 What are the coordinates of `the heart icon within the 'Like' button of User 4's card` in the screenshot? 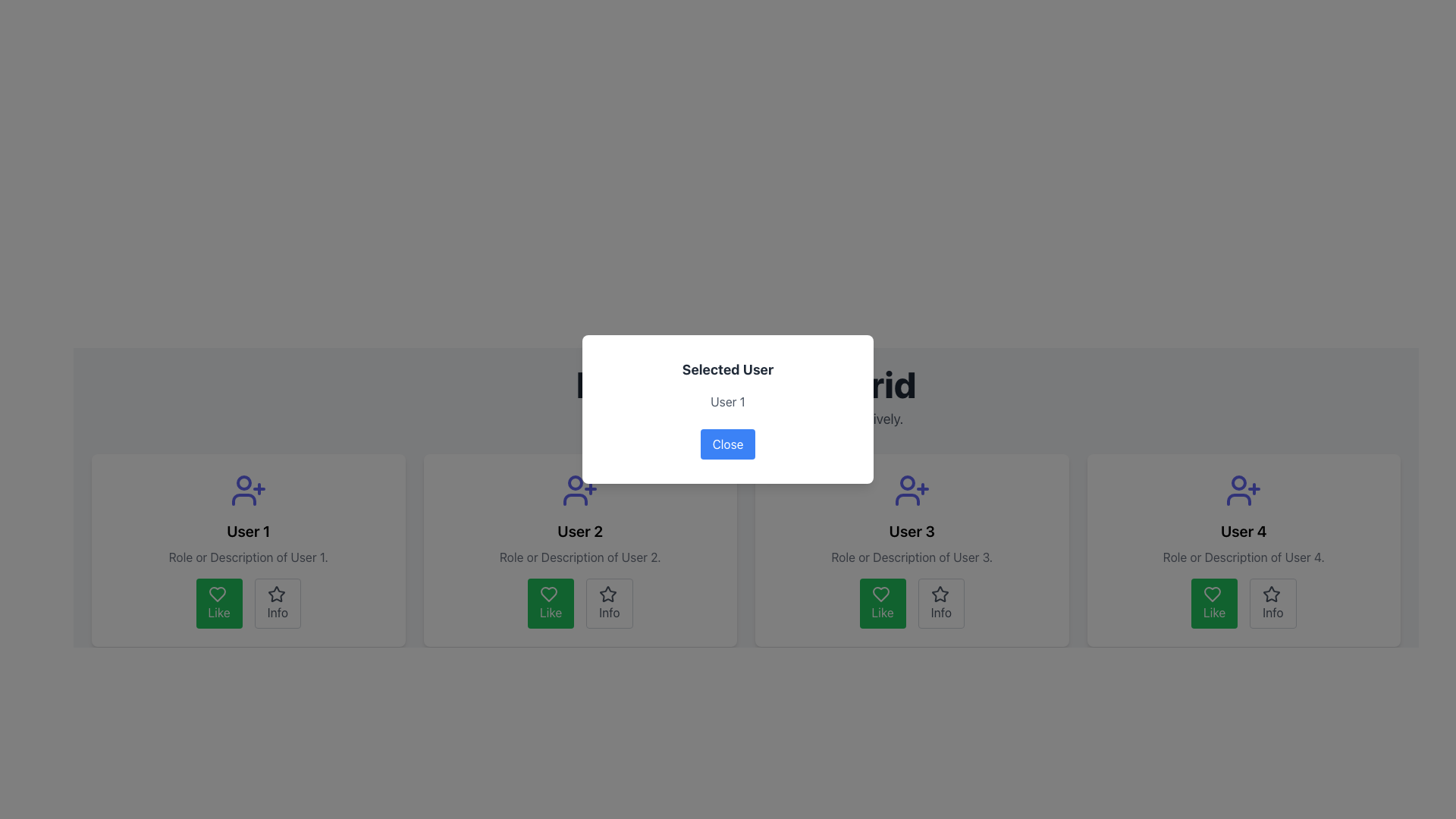 It's located at (1211, 593).